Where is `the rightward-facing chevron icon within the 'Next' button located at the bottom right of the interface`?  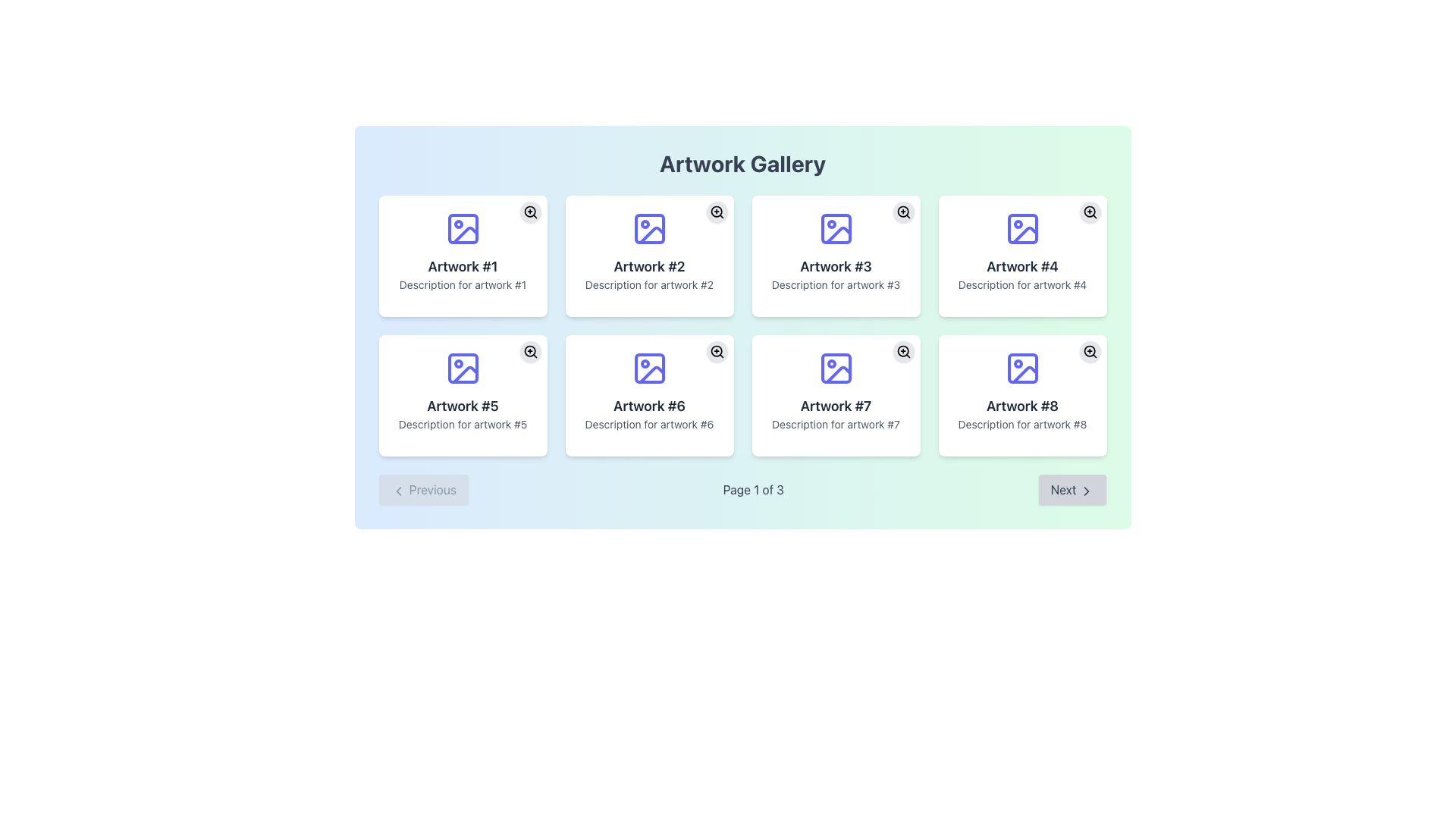 the rightward-facing chevron icon within the 'Next' button located at the bottom right of the interface is located at coordinates (1086, 491).